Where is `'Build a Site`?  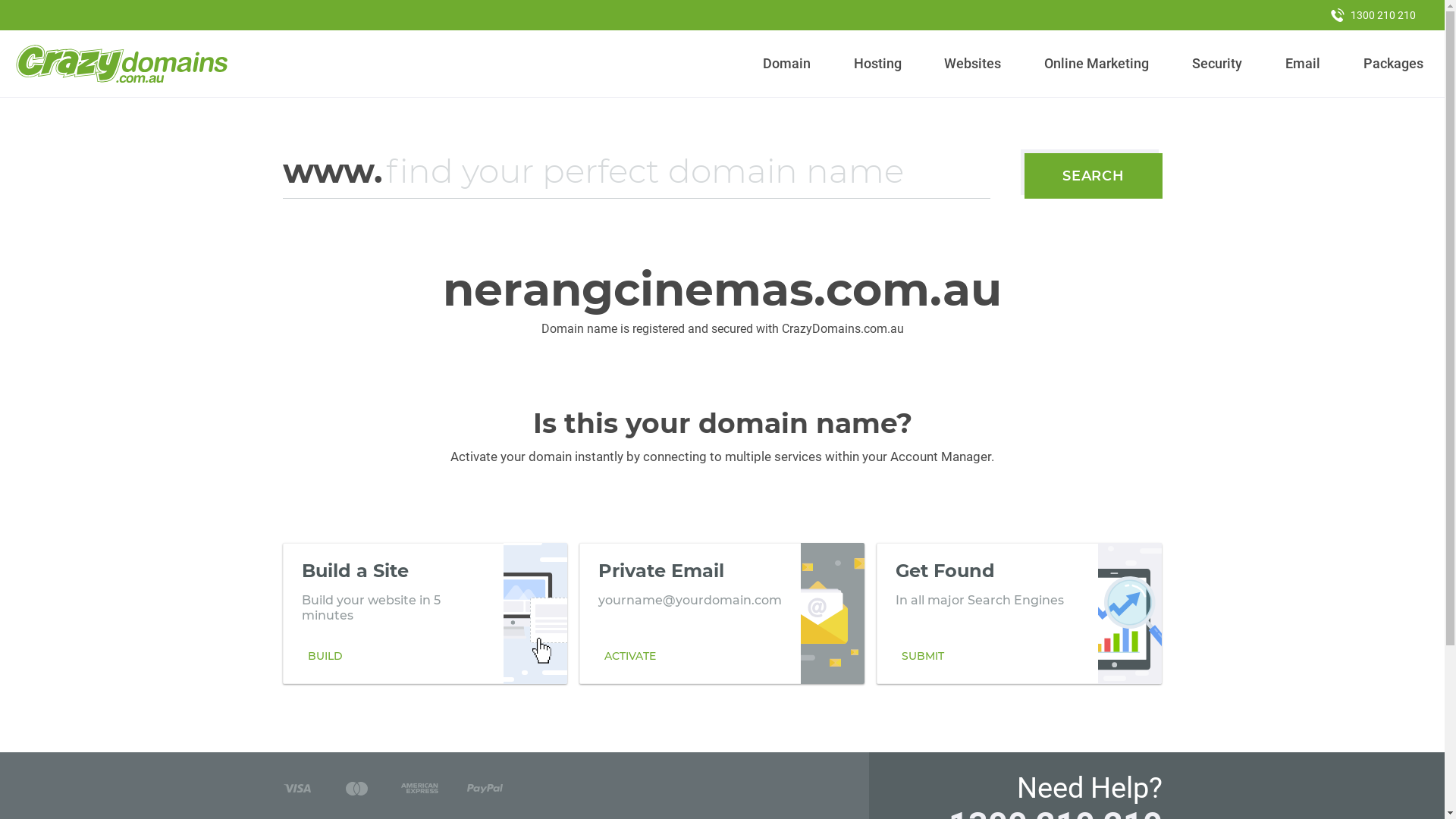
'Build a Site is located at coordinates (425, 613).